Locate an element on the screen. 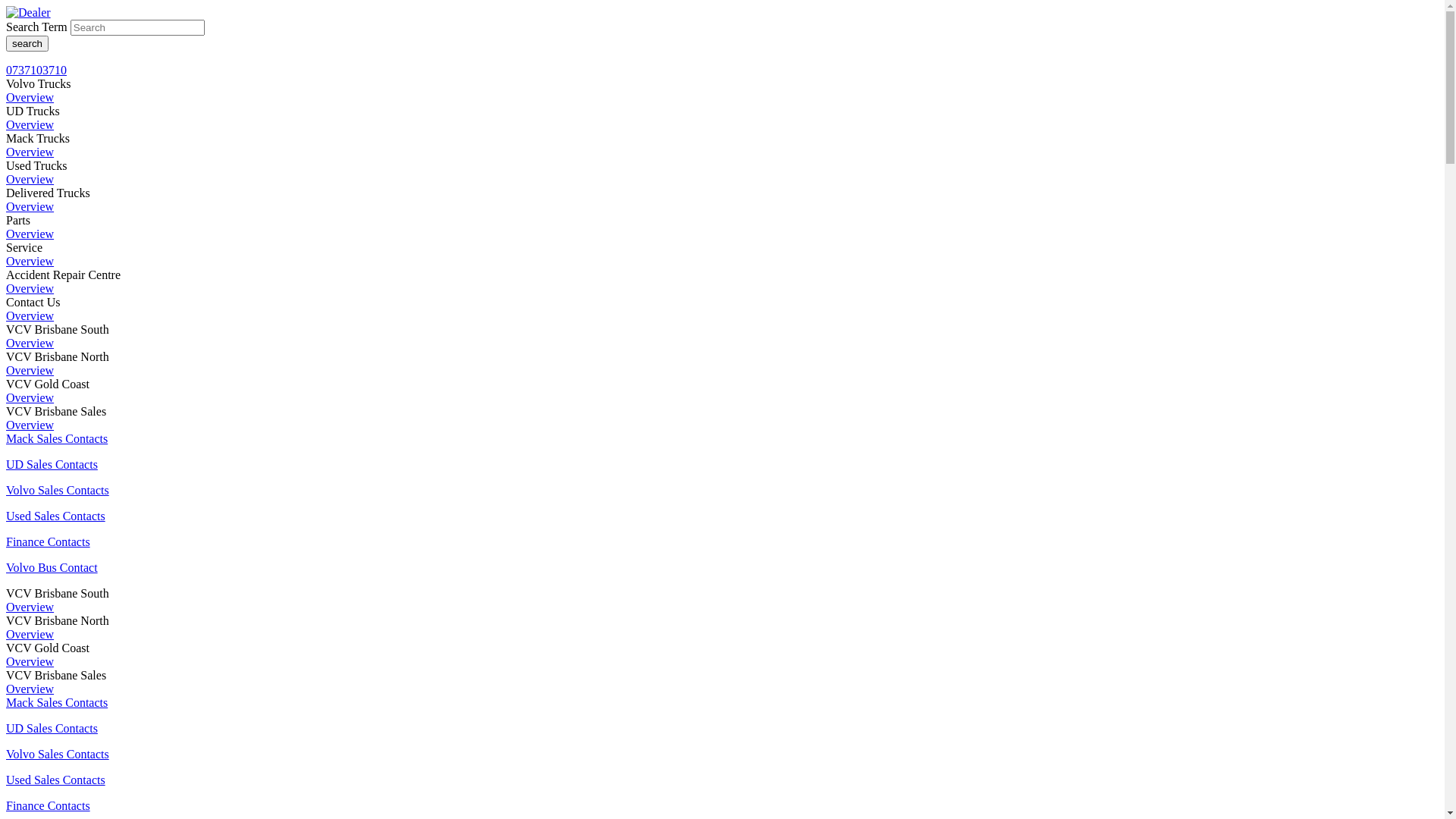 This screenshot has height=819, width=1456. 'Overview' is located at coordinates (30, 661).